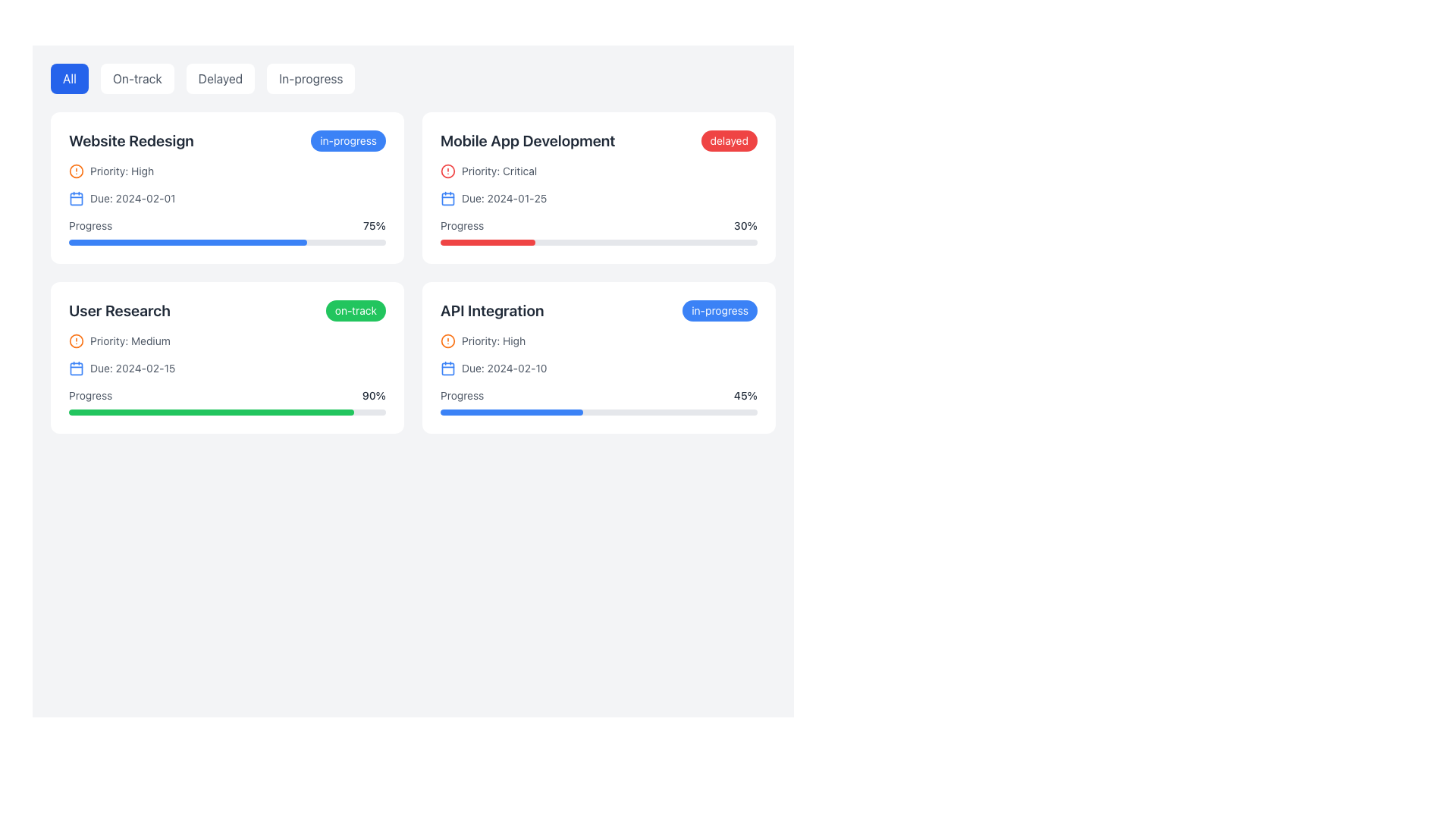 This screenshot has height=819, width=1456. What do you see at coordinates (447, 341) in the screenshot?
I see `the orange circular icon with an exclamation mark in the center, which indicates a warning or alert, located in the 'Priority: High' label of the 'API Integration' card` at bounding box center [447, 341].